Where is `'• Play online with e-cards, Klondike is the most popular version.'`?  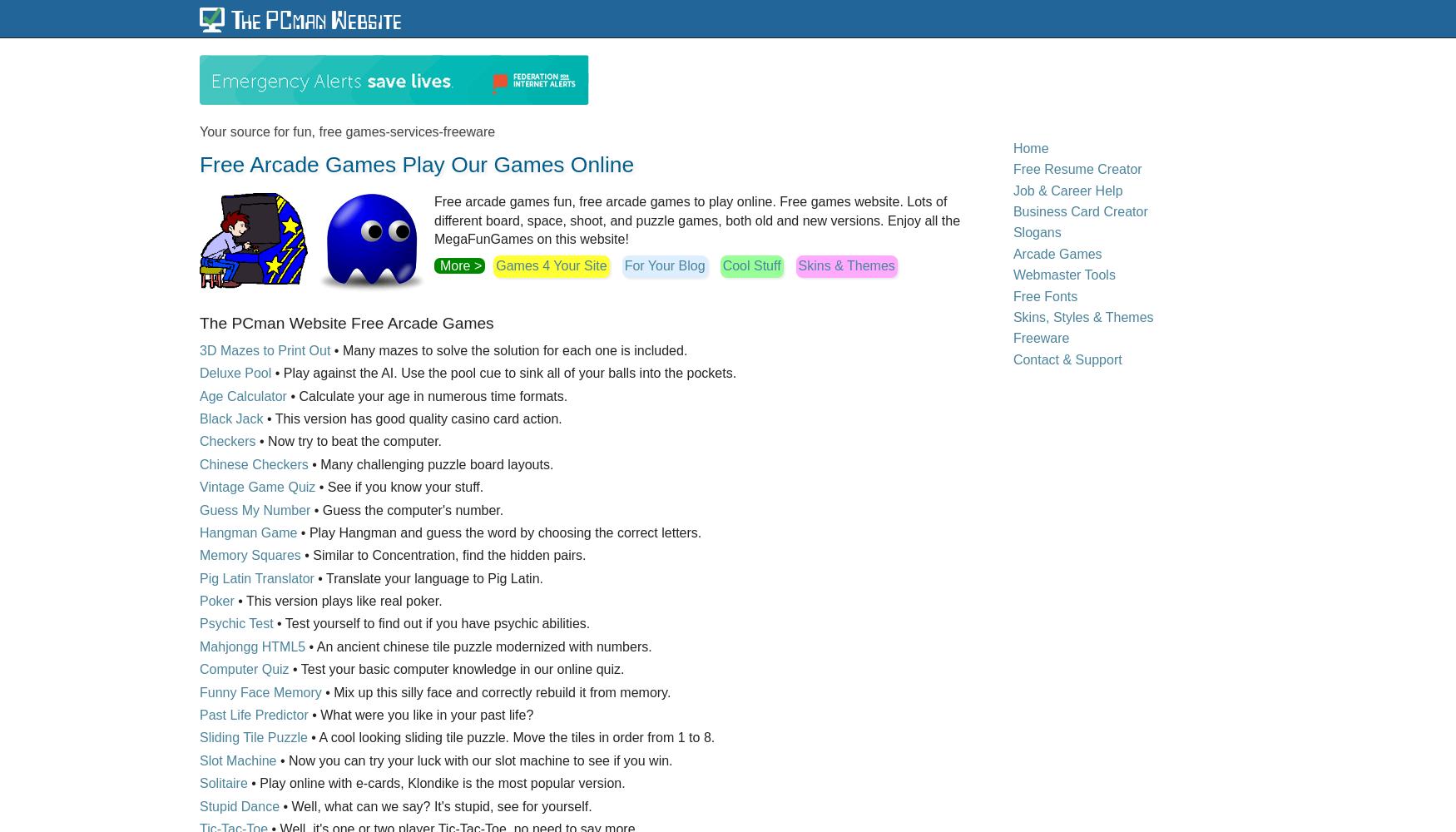
'• Play online with e-cards, Klondike is the most popular version.' is located at coordinates (434, 782).